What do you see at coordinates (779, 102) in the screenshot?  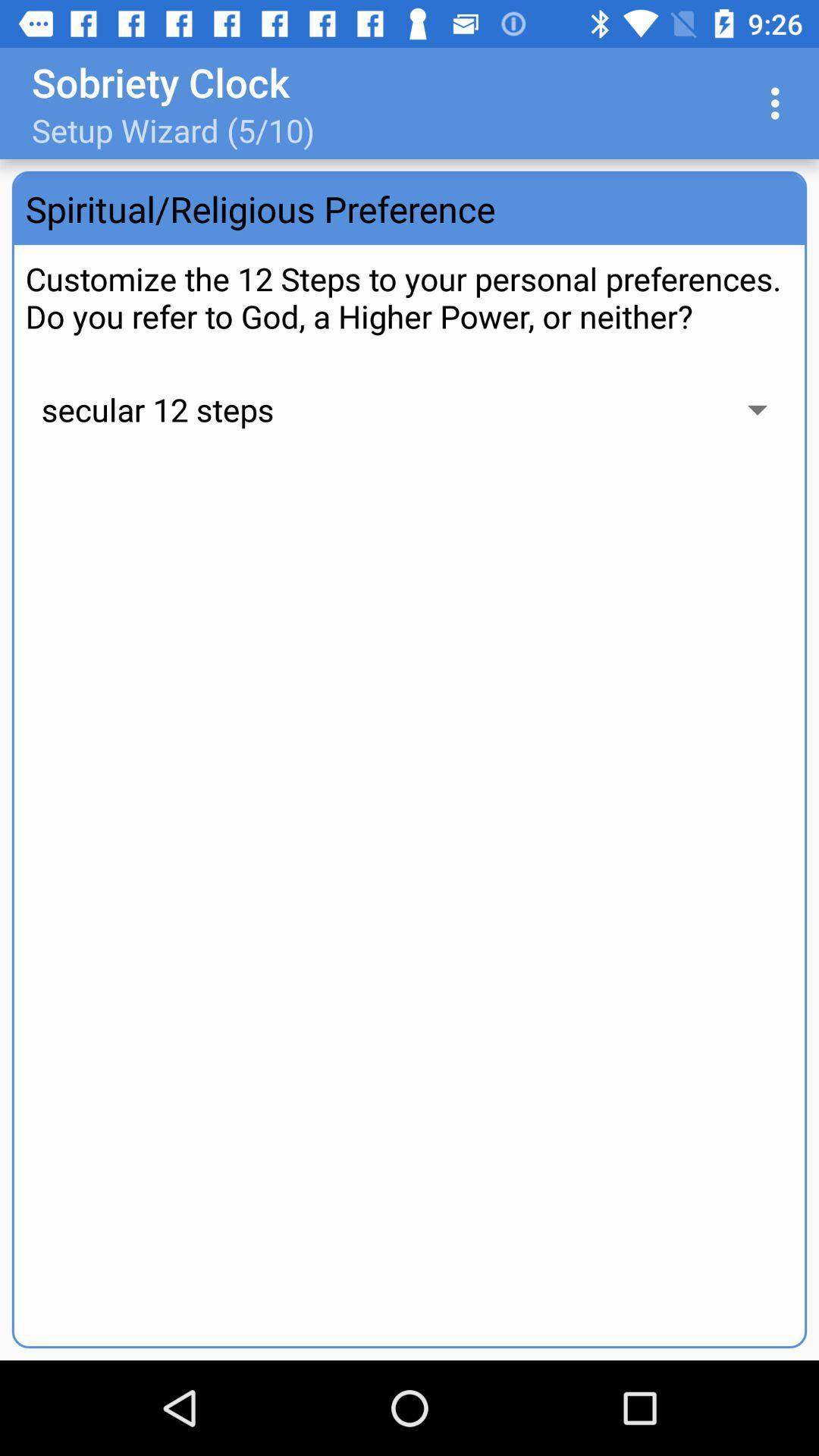 I see `item at the top right corner` at bounding box center [779, 102].